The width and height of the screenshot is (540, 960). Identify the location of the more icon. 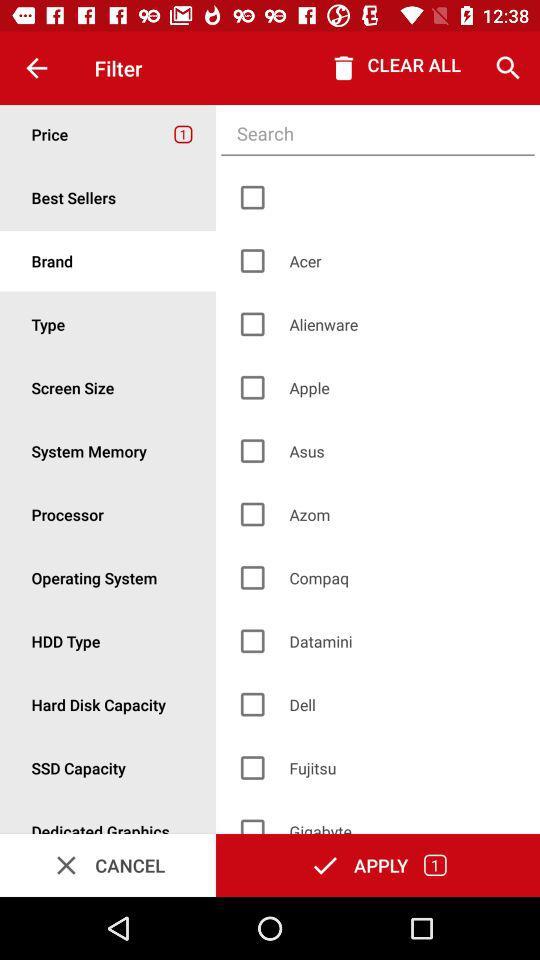
(108, 386).